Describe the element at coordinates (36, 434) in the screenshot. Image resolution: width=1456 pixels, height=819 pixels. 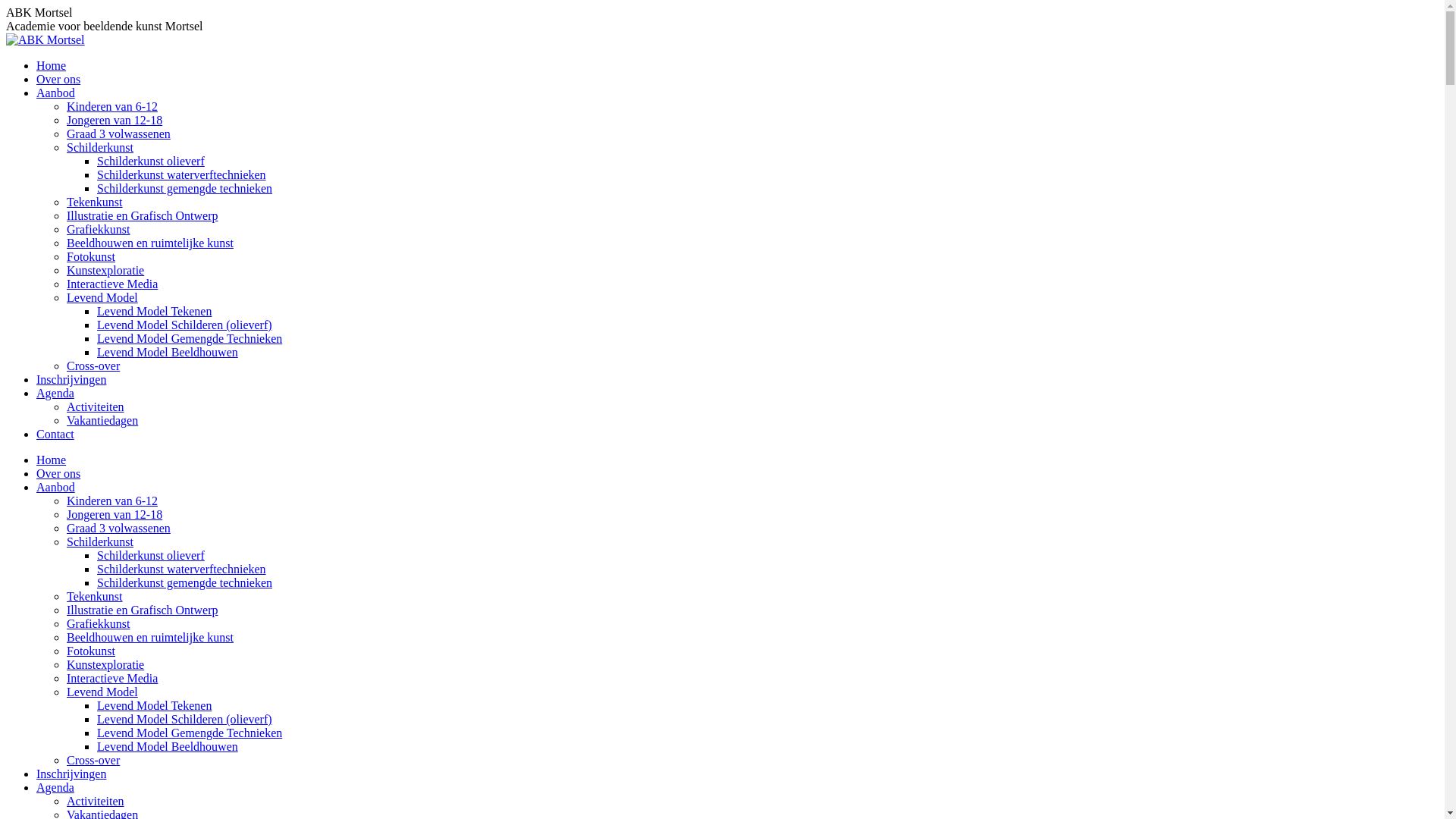
I see `'Contact'` at that location.